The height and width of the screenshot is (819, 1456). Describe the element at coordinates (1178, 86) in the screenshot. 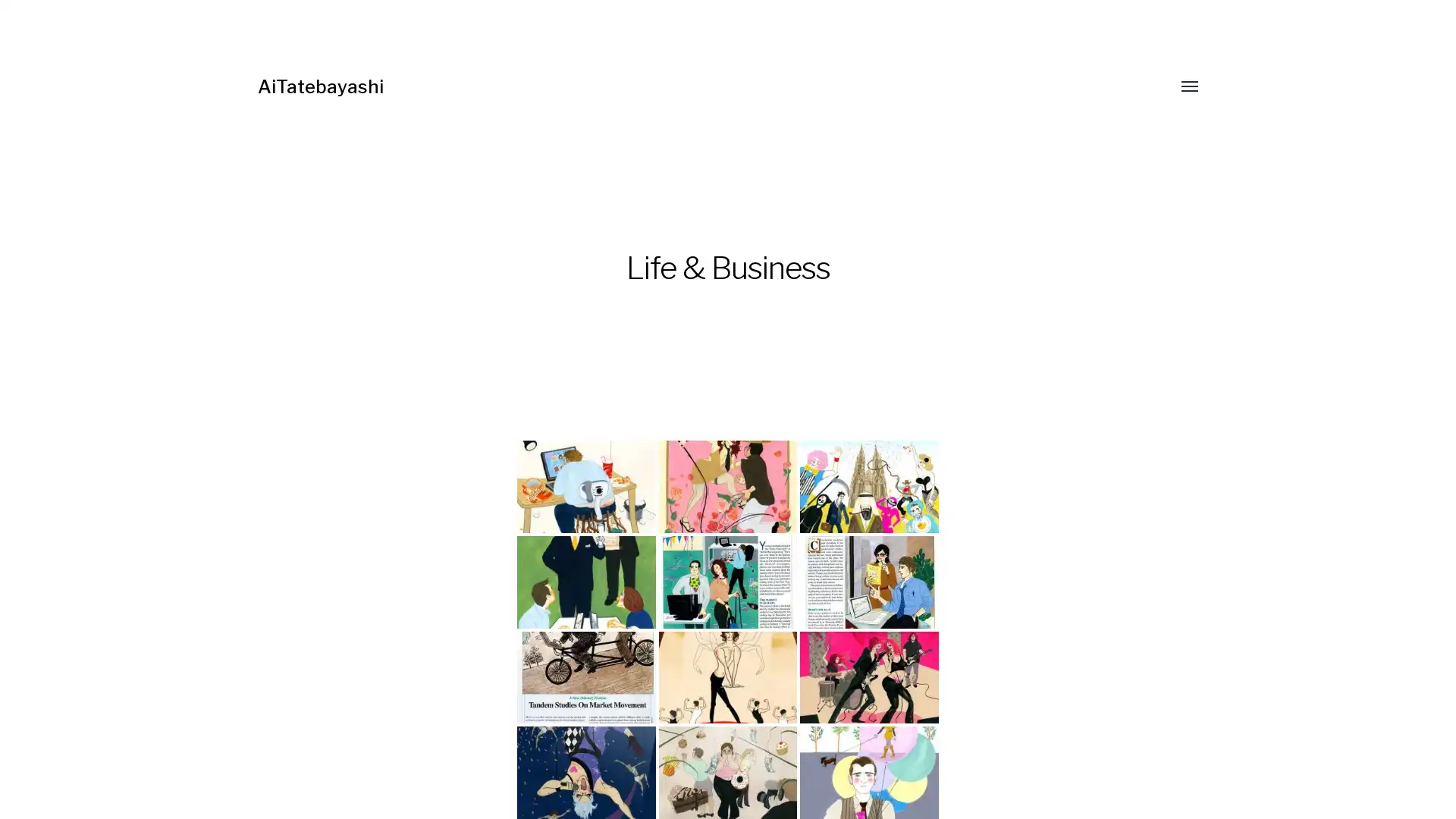

I see `Toggle menu` at that location.